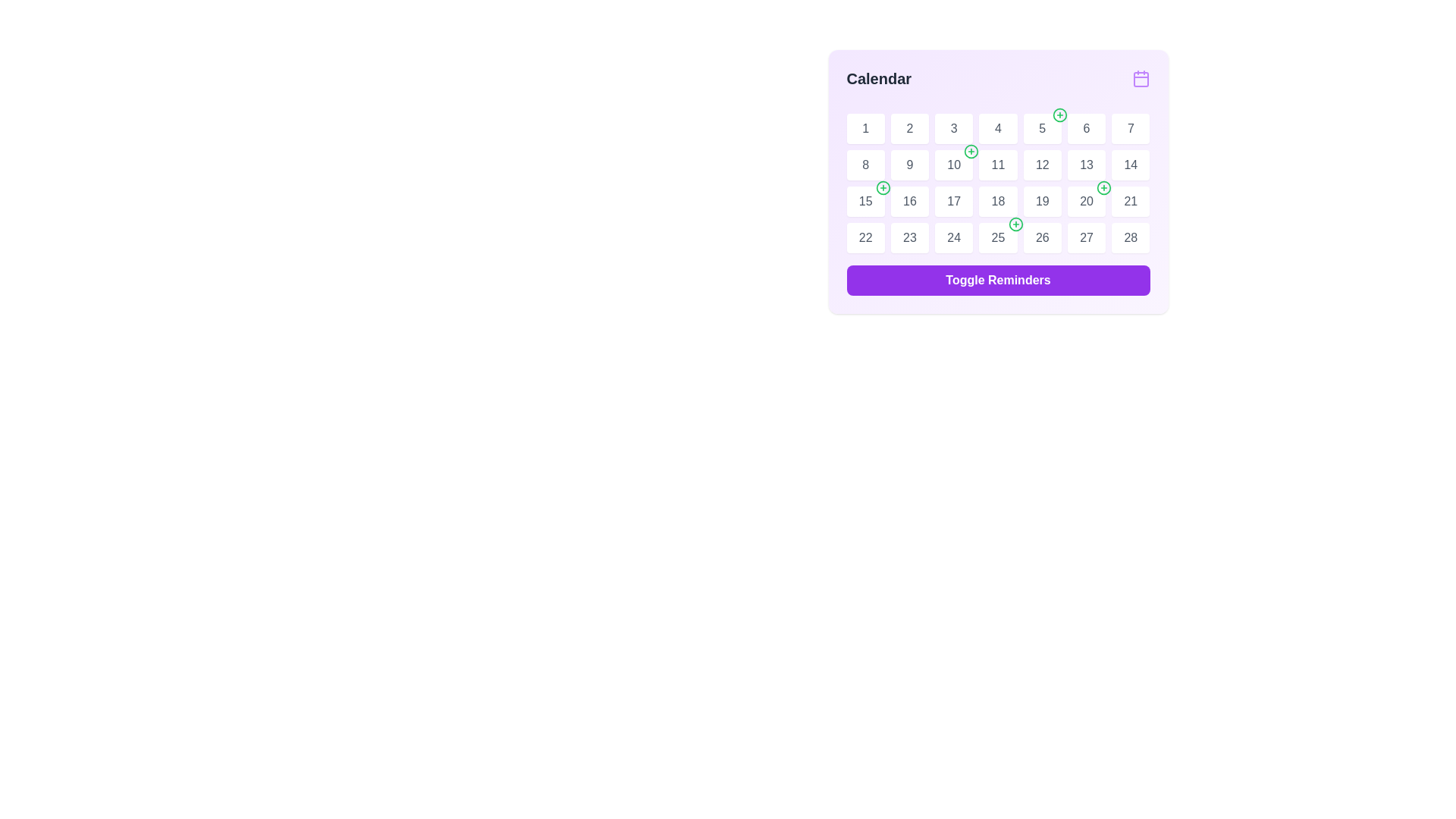 Image resolution: width=1456 pixels, height=819 pixels. What do you see at coordinates (1104, 187) in the screenshot?
I see `the circular icon button with a green outline and plus symbol, located at the top-right corner of the box displaying the number '20' in the calendar grid` at bounding box center [1104, 187].